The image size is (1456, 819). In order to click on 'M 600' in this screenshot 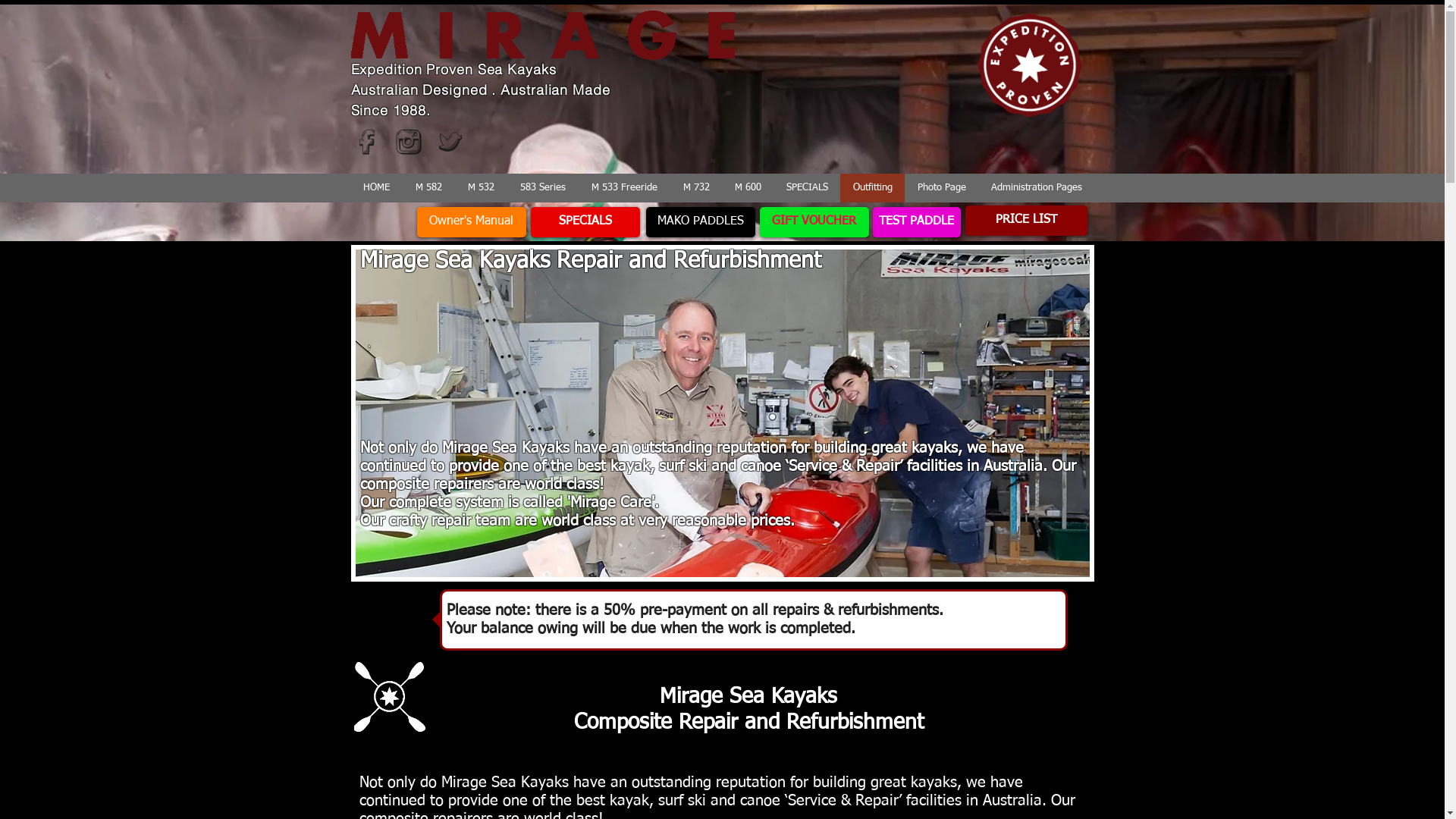, I will do `click(720, 187)`.